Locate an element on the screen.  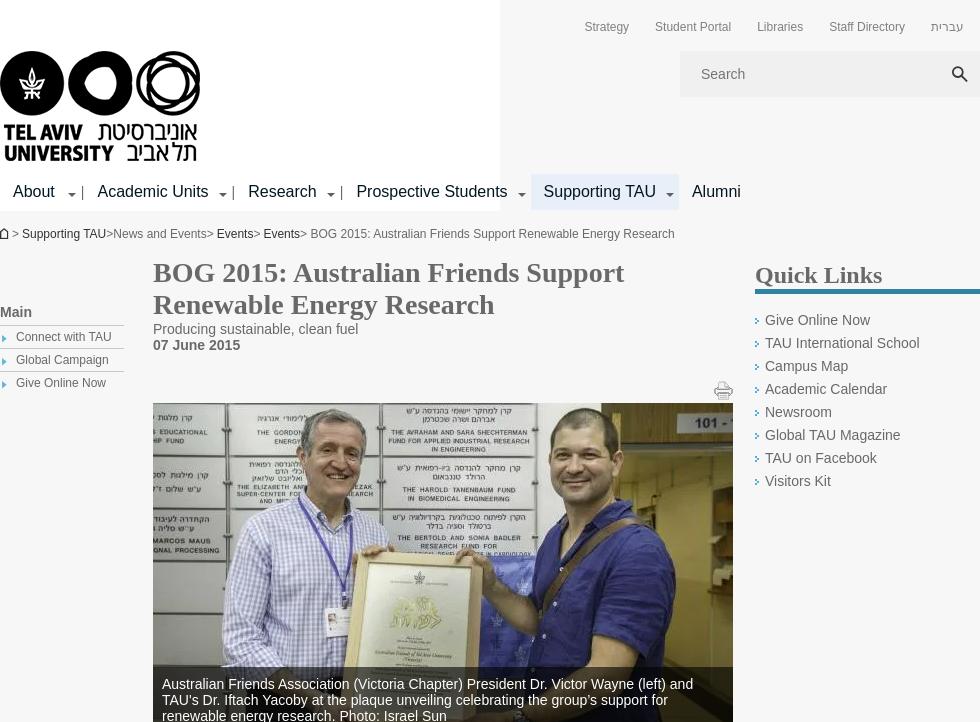
'Student Portal' is located at coordinates (692, 27).